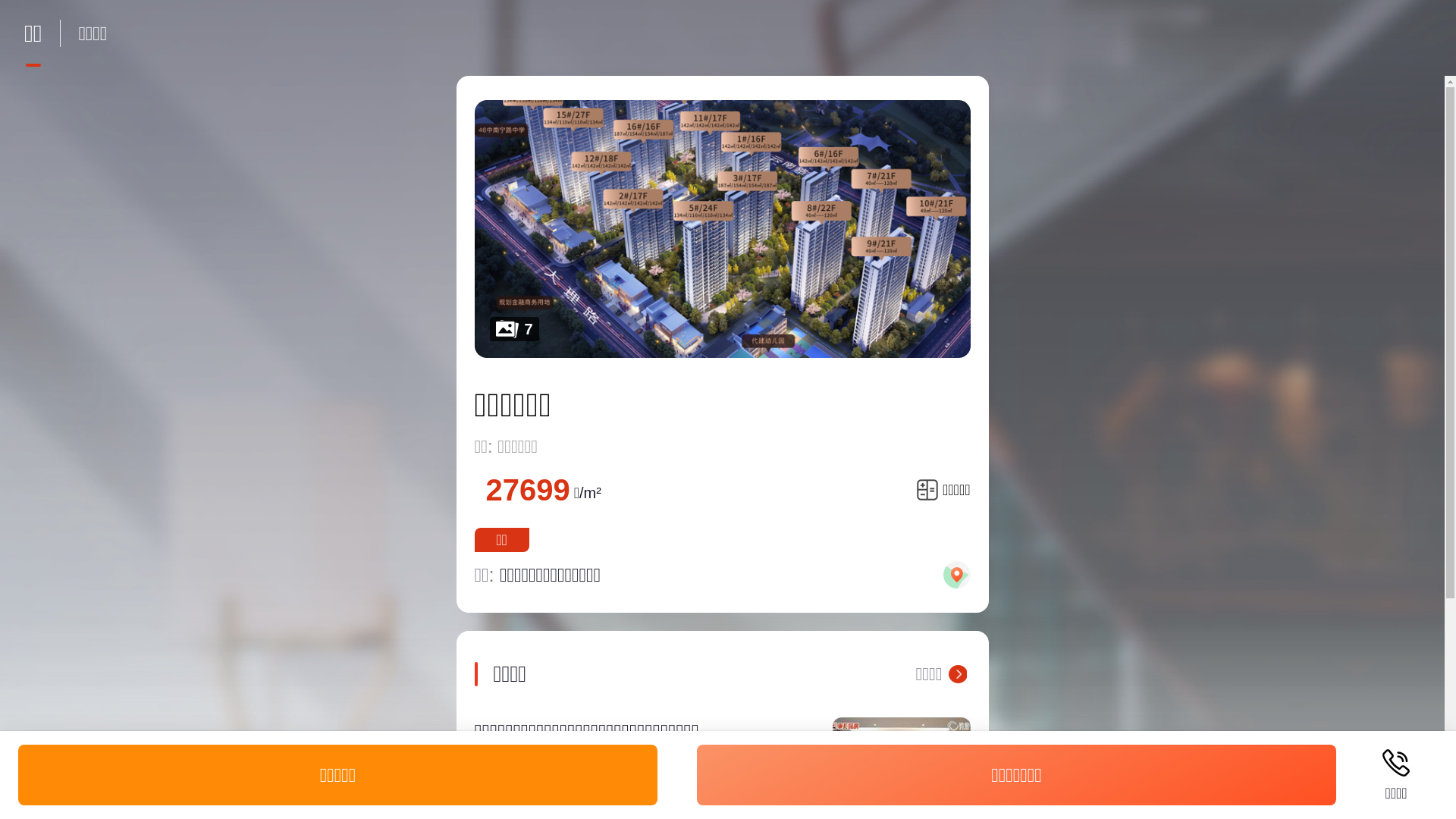 Image resolution: width=1456 pixels, height=819 pixels. I want to click on '7', so click(722, 228).